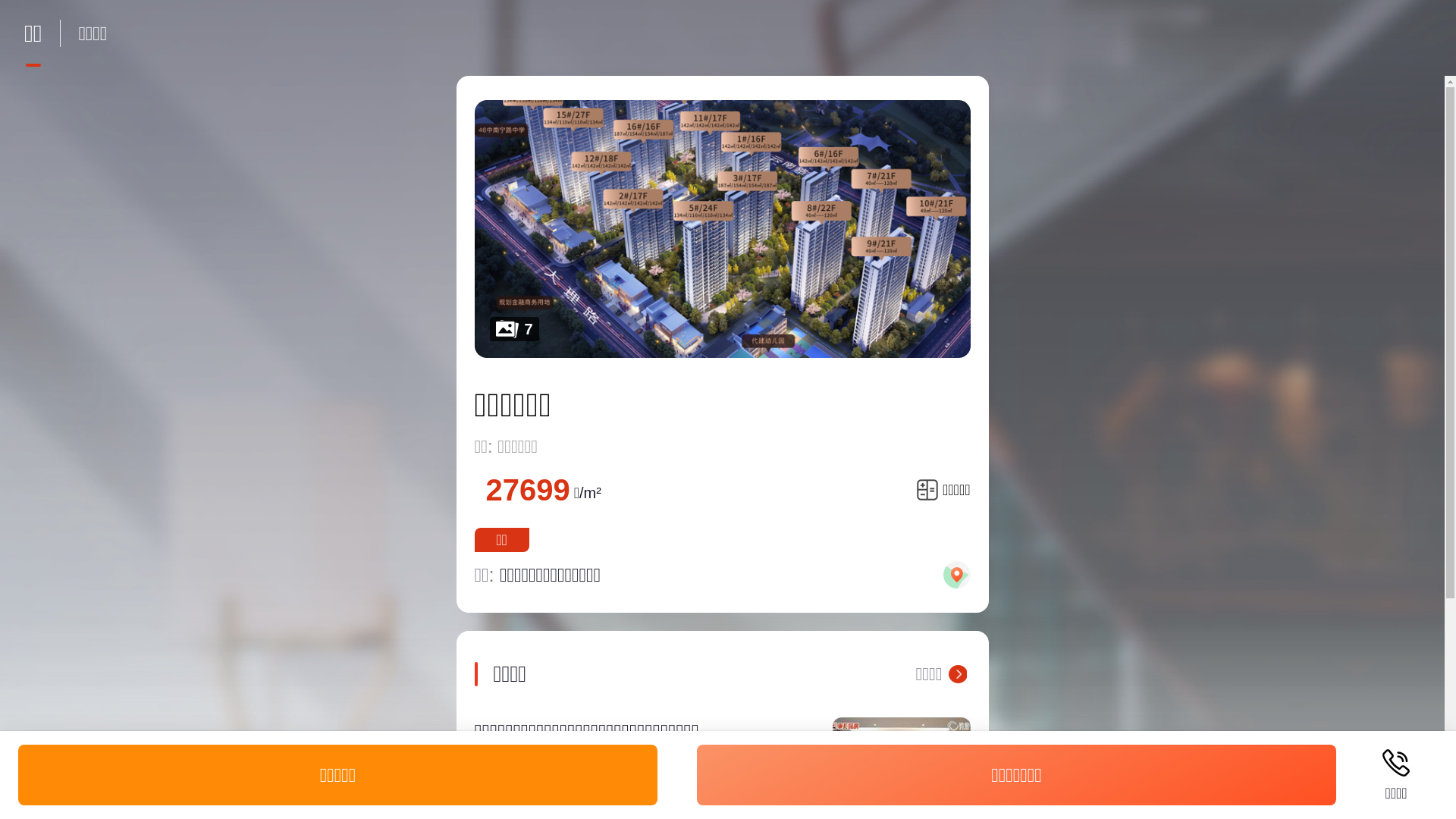 Image resolution: width=1456 pixels, height=819 pixels. I want to click on '7', so click(722, 228).